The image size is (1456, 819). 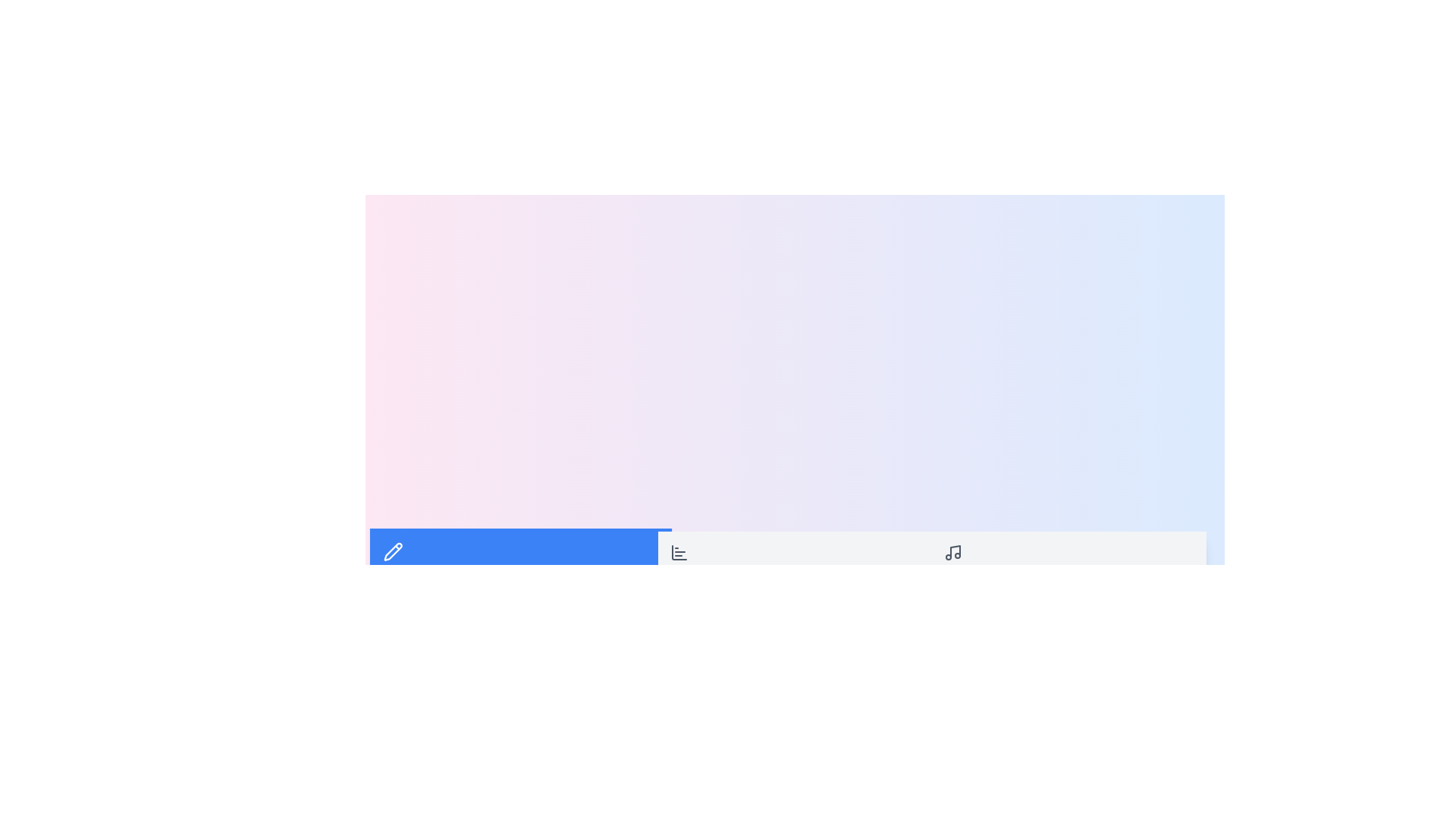 I want to click on the tab labeled Audio to view its content, so click(x=1068, y=561).